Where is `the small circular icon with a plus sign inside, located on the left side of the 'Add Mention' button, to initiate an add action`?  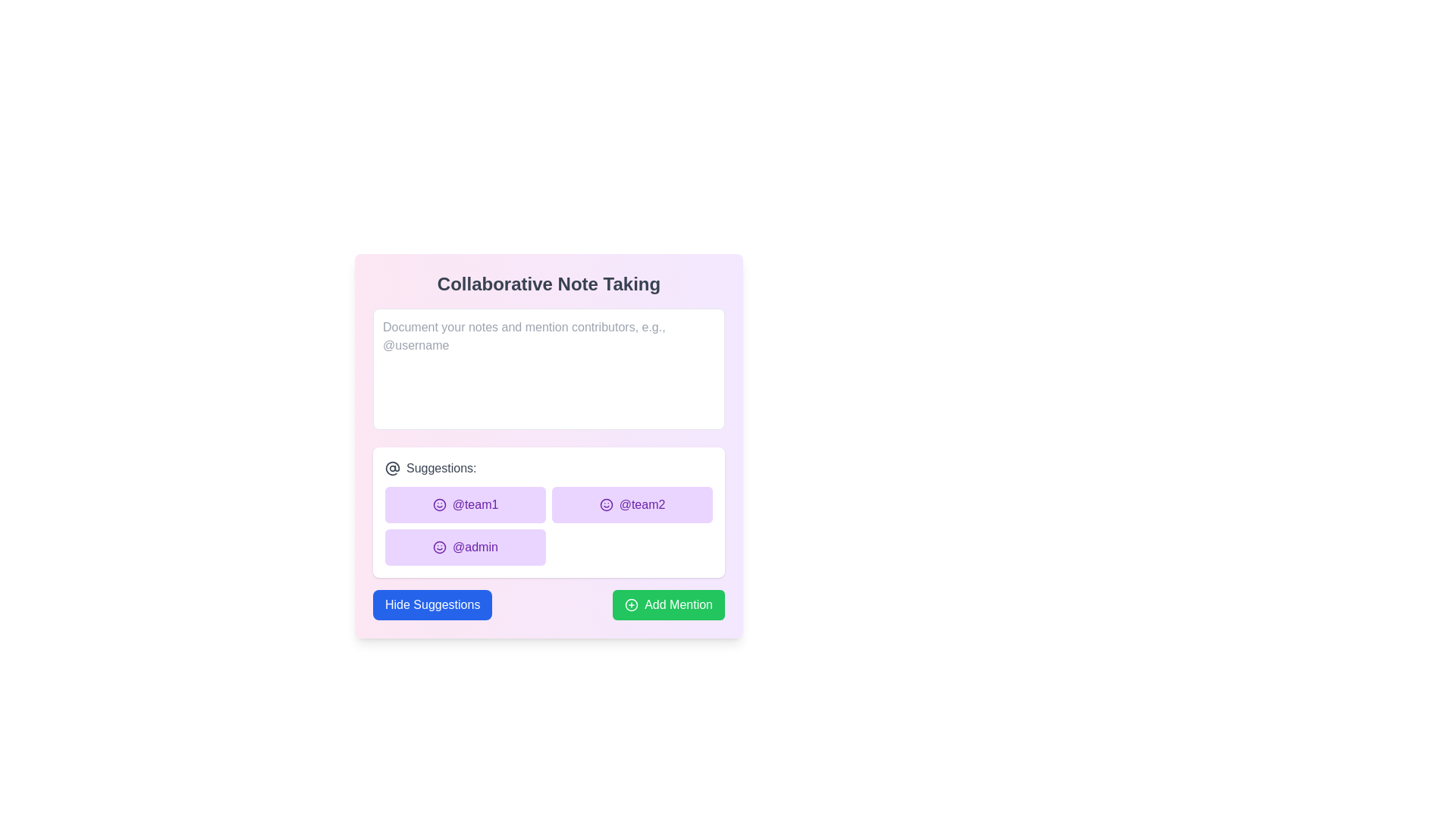
the small circular icon with a plus sign inside, located on the left side of the 'Add Mention' button, to initiate an add action is located at coordinates (632, 604).